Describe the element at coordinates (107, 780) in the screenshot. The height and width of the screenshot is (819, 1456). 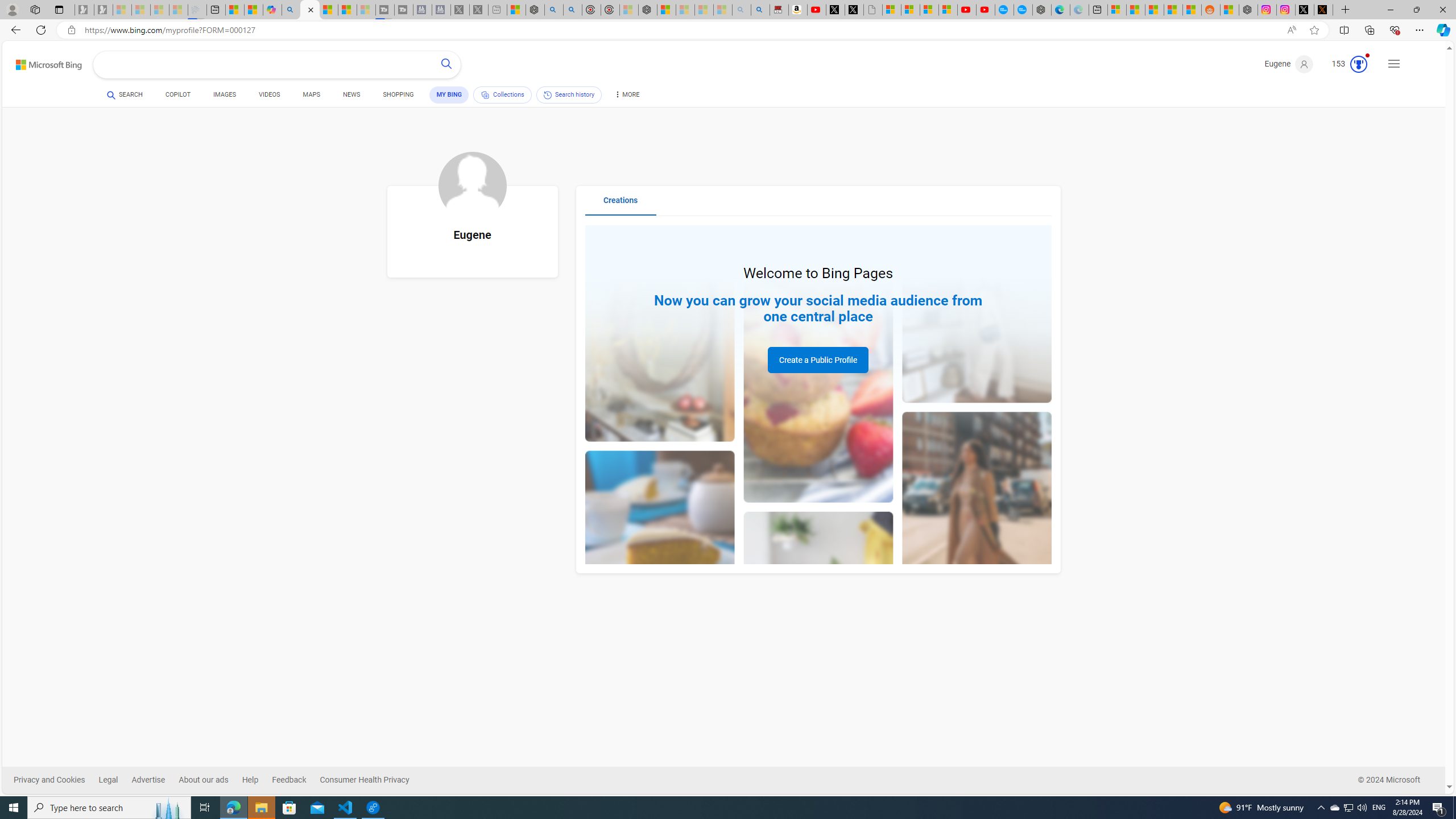
I see `'Legal'` at that location.